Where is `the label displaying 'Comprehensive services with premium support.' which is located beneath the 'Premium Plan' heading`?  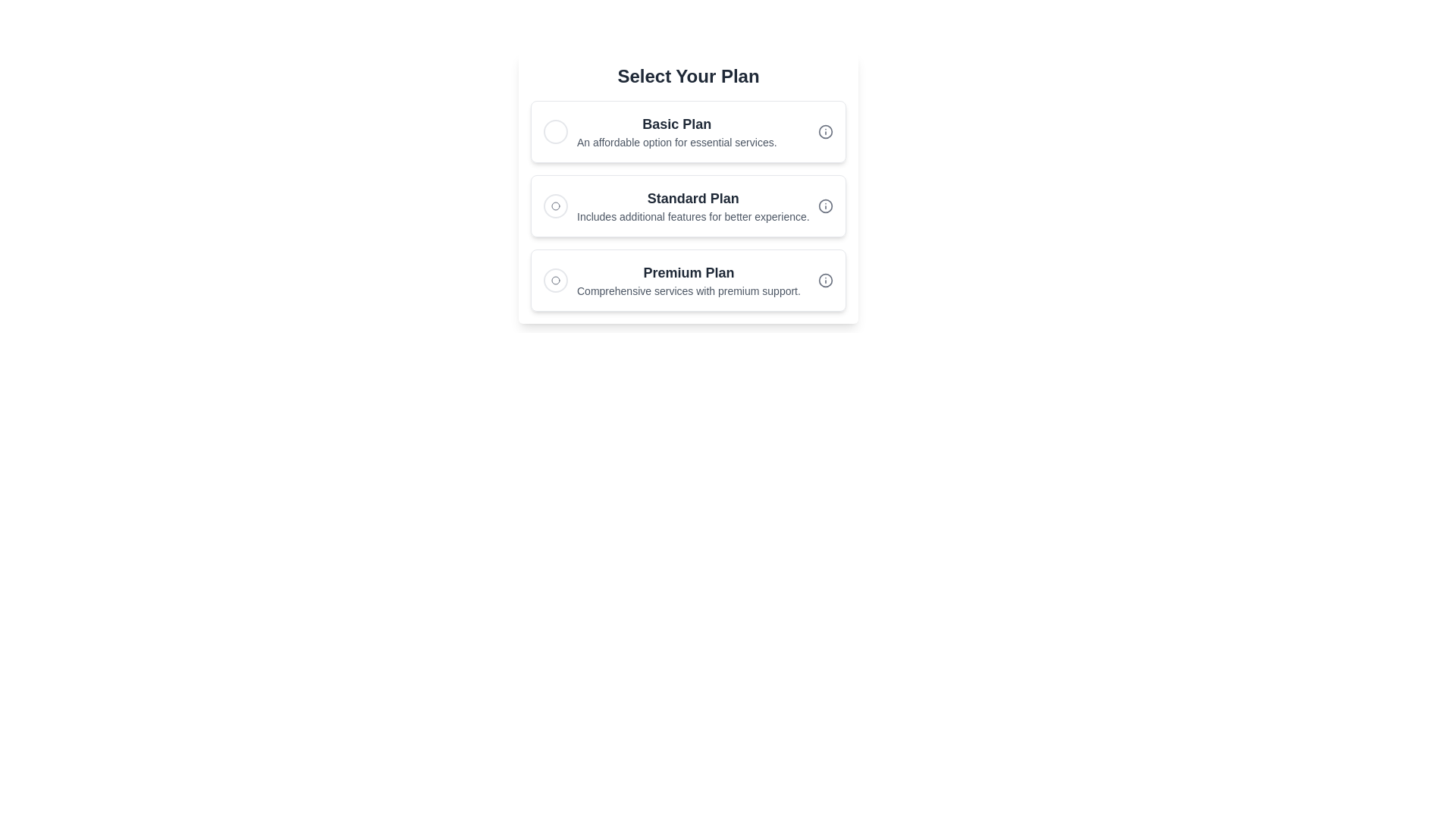
the label displaying 'Comprehensive services with premium support.' which is located beneath the 'Premium Plan' heading is located at coordinates (688, 291).